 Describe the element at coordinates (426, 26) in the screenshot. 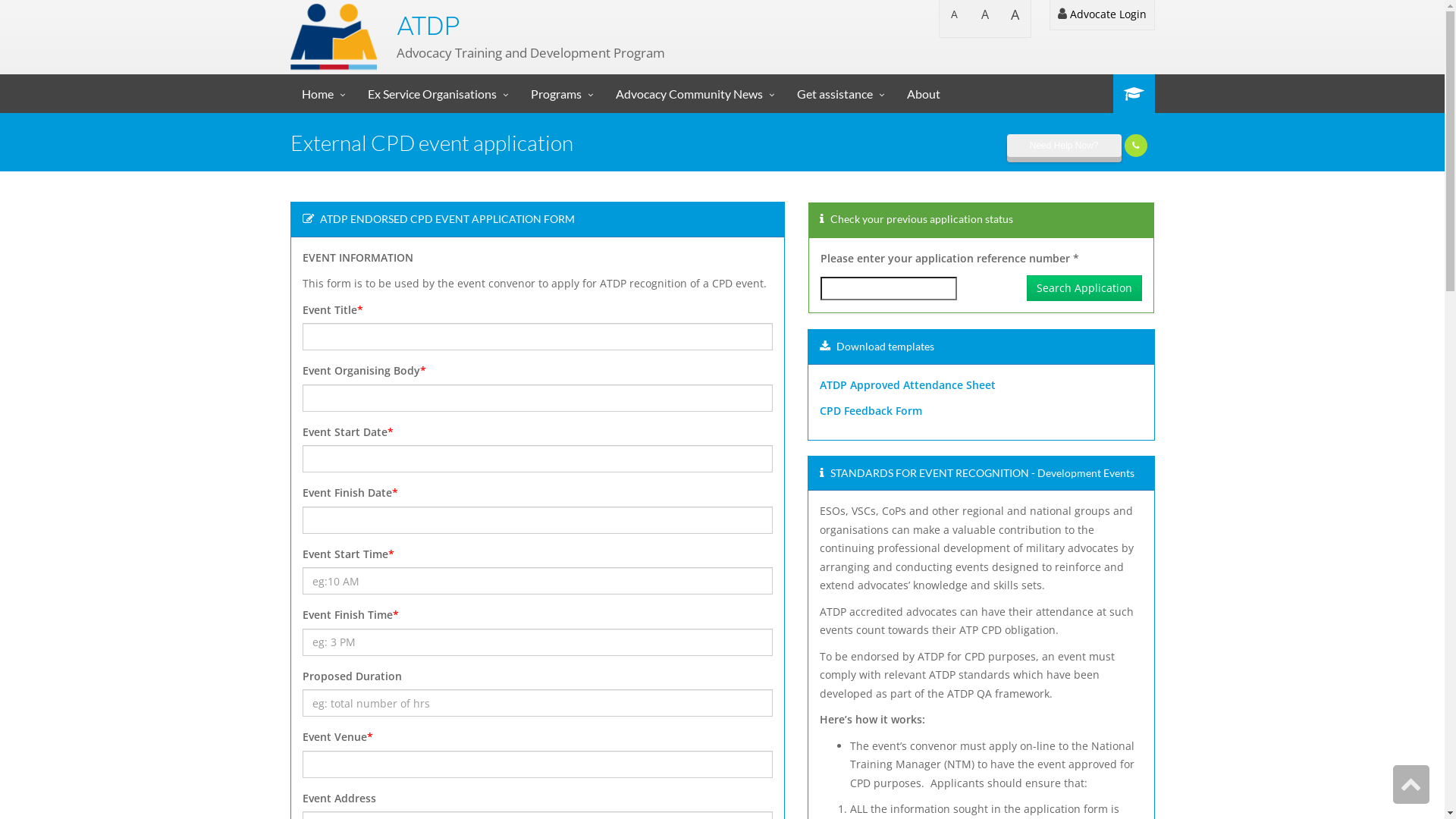

I see `'ATDP'` at that location.